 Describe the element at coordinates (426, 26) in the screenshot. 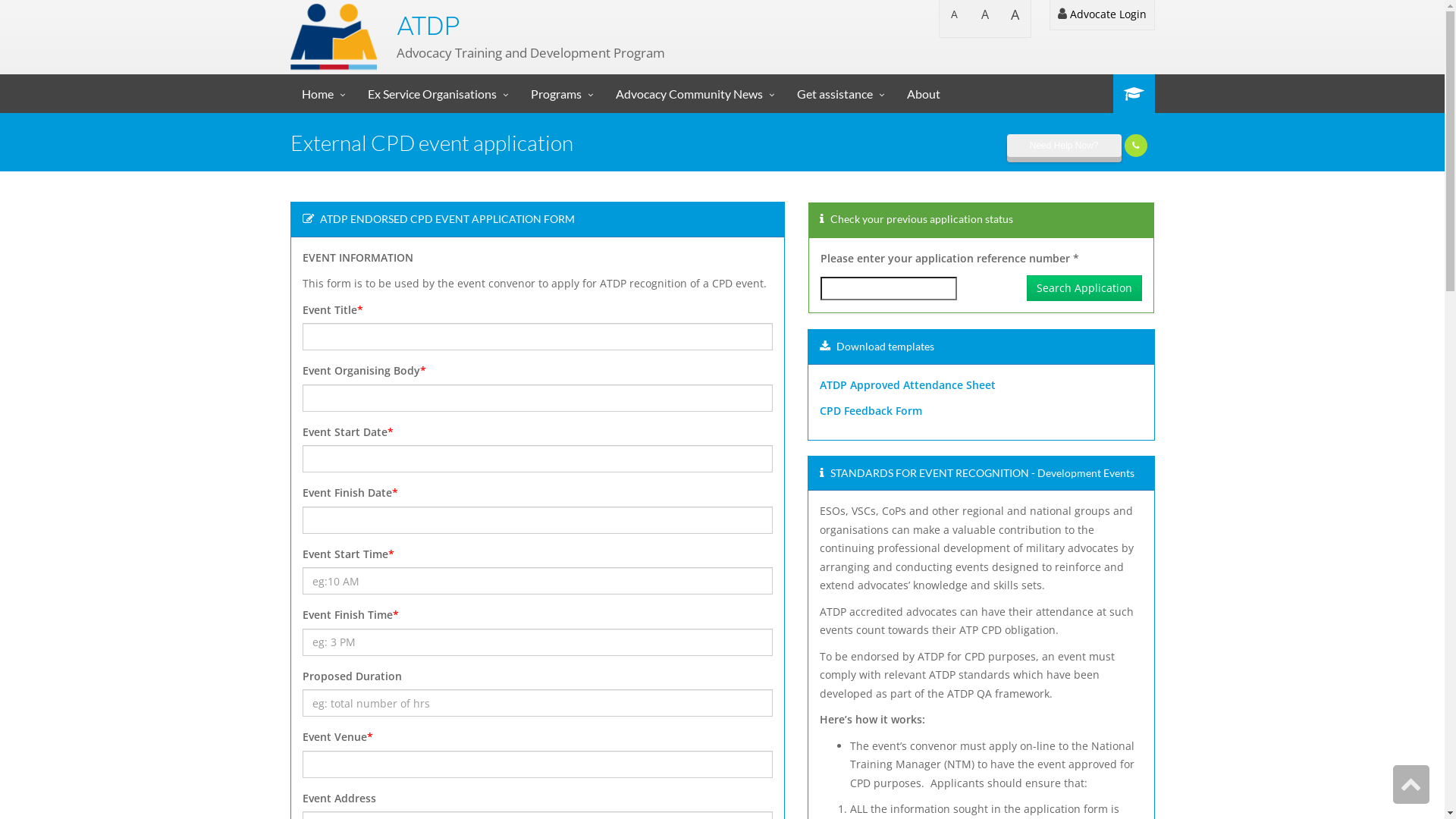

I see `'ATDP'` at that location.